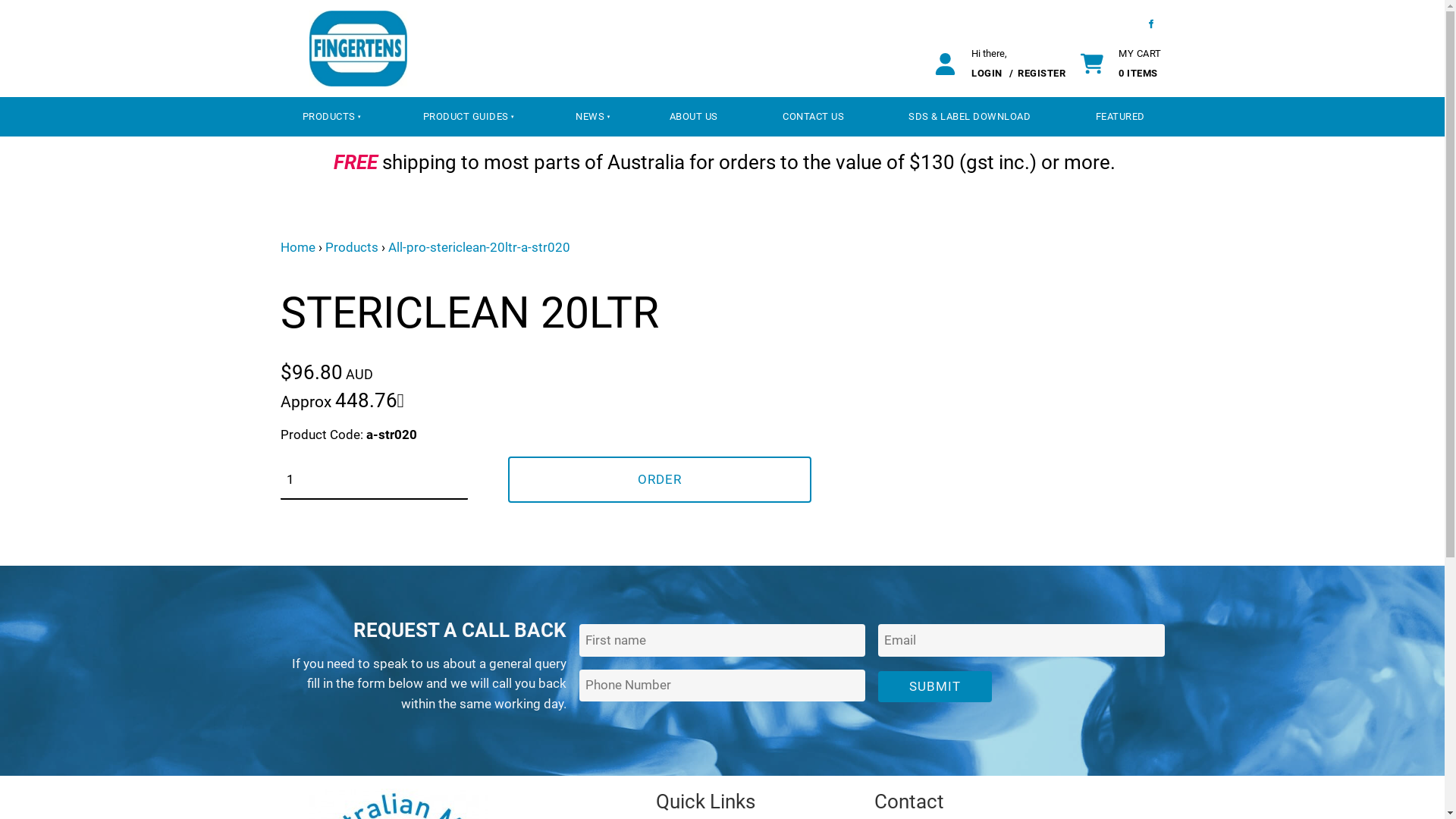  What do you see at coordinates (1140, 63) in the screenshot?
I see `'MY CART` at bounding box center [1140, 63].